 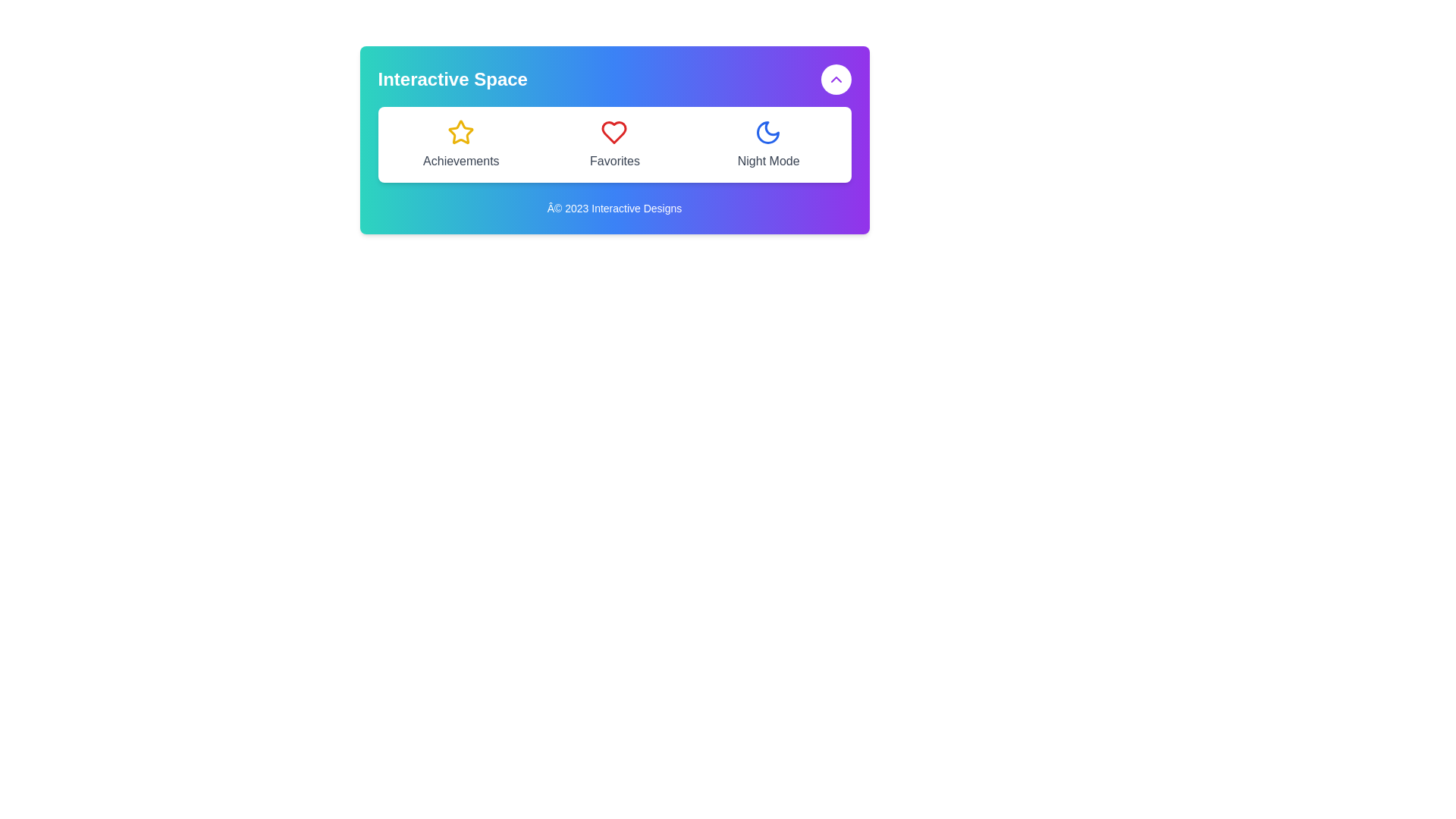 What do you see at coordinates (460, 131) in the screenshot?
I see `the stylized star icon with a yellow outline and transparent fill, located in the 'Achievements' group, positioned leftmost in a row of icons above the 'Achievements' label` at bounding box center [460, 131].